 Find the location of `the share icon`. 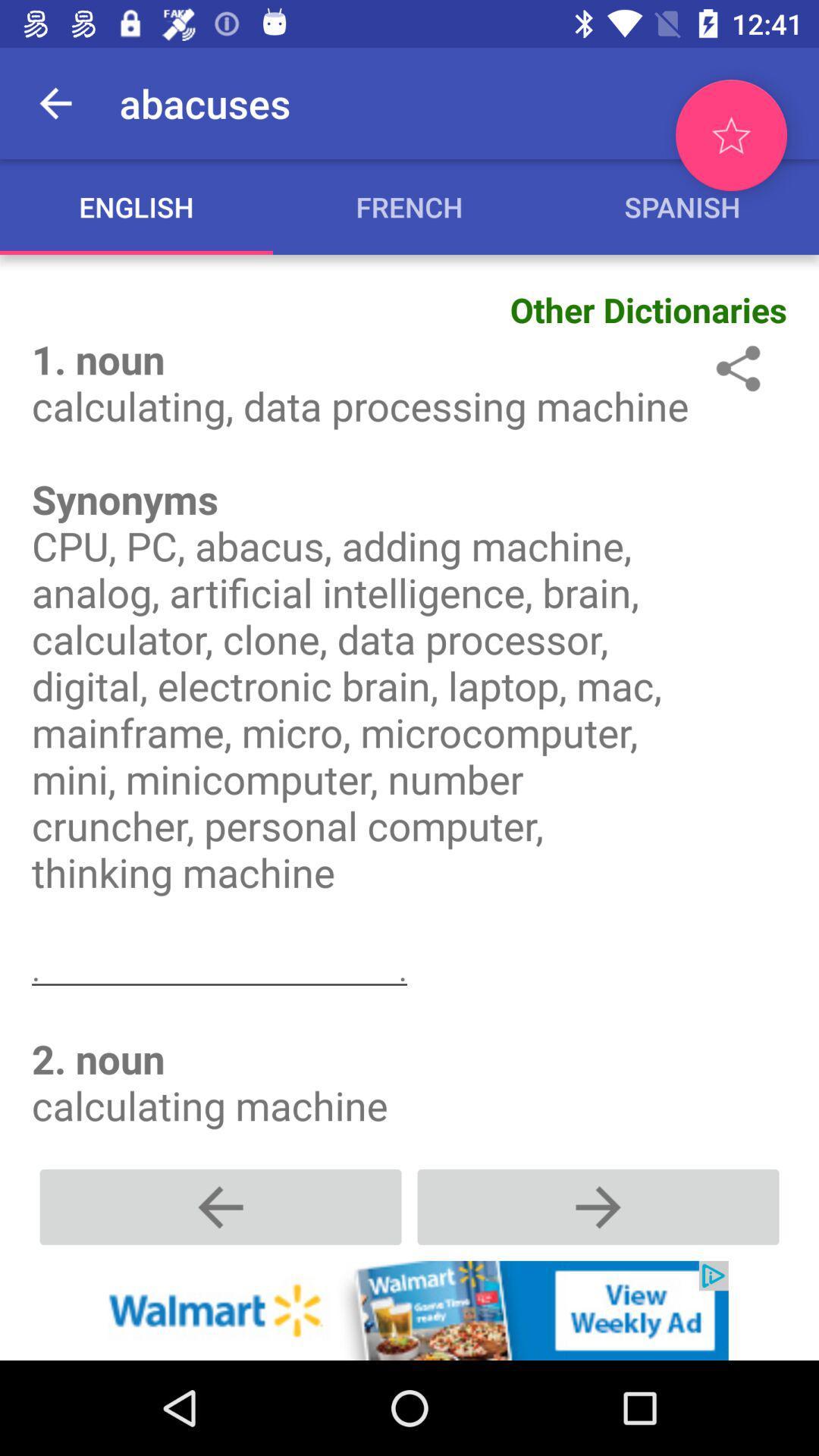

the share icon is located at coordinates (735, 368).